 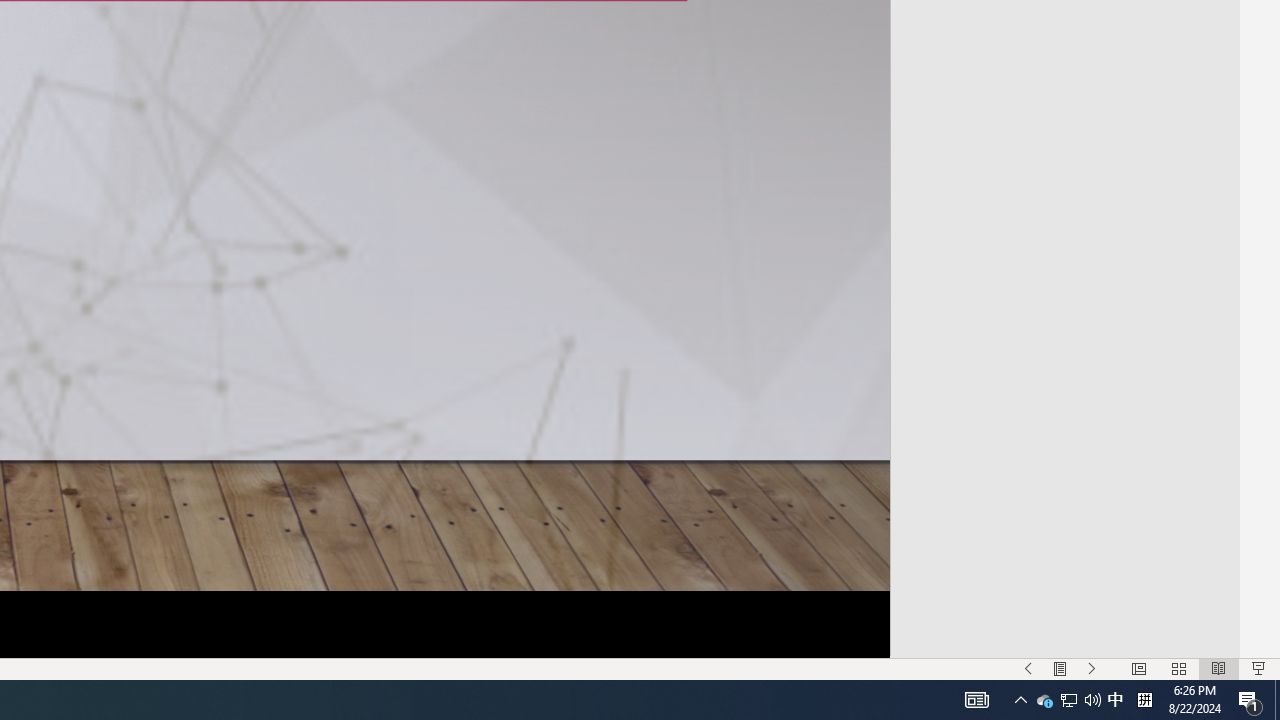 What do you see at coordinates (1028, 669) in the screenshot?
I see `'Slide Show Previous On'` at bounding box center [1028, 669].